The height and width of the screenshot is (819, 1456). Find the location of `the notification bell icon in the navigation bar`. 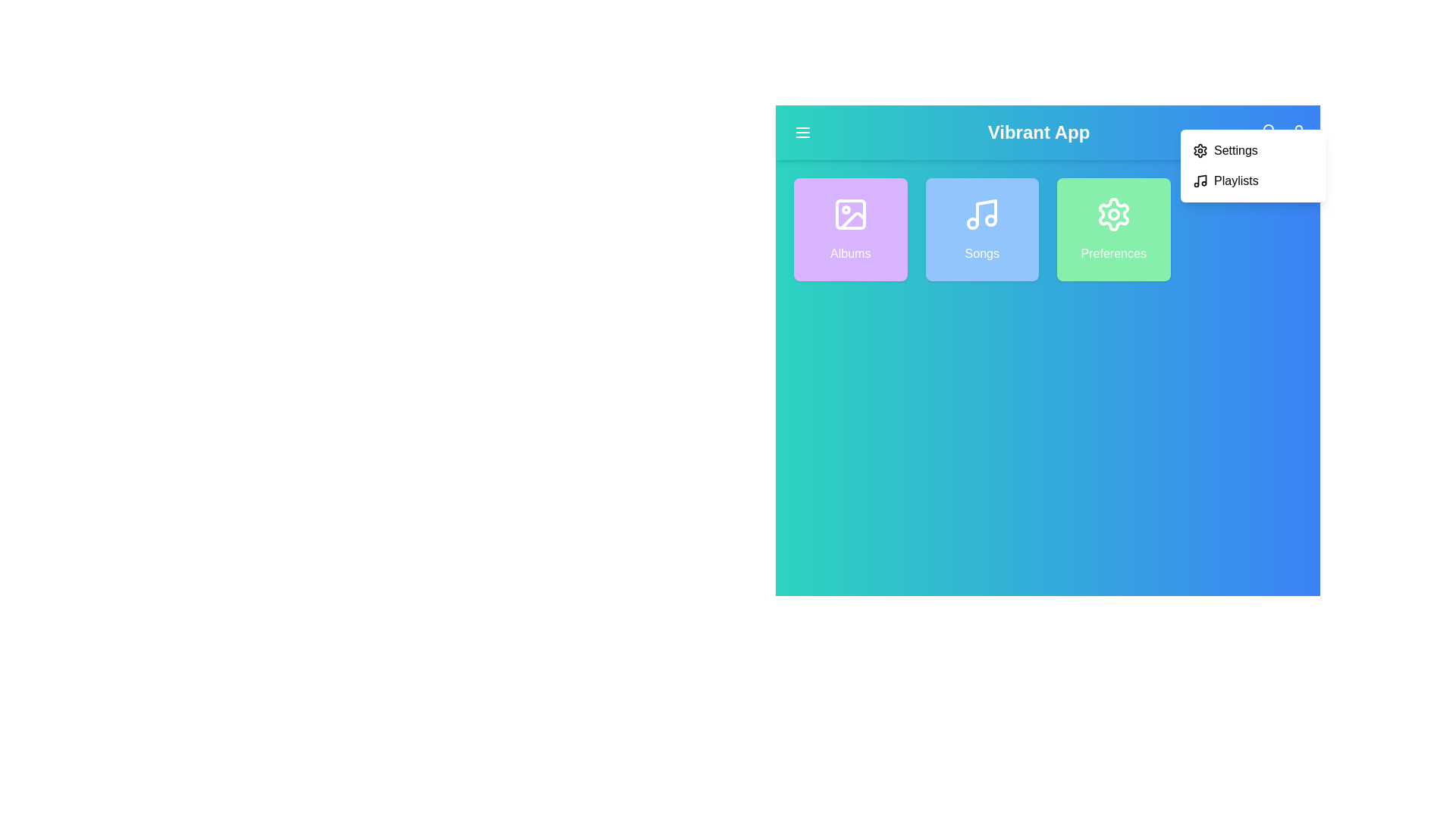

the notification bell icon in the navigation bar is located at coordinates (1268, 131).